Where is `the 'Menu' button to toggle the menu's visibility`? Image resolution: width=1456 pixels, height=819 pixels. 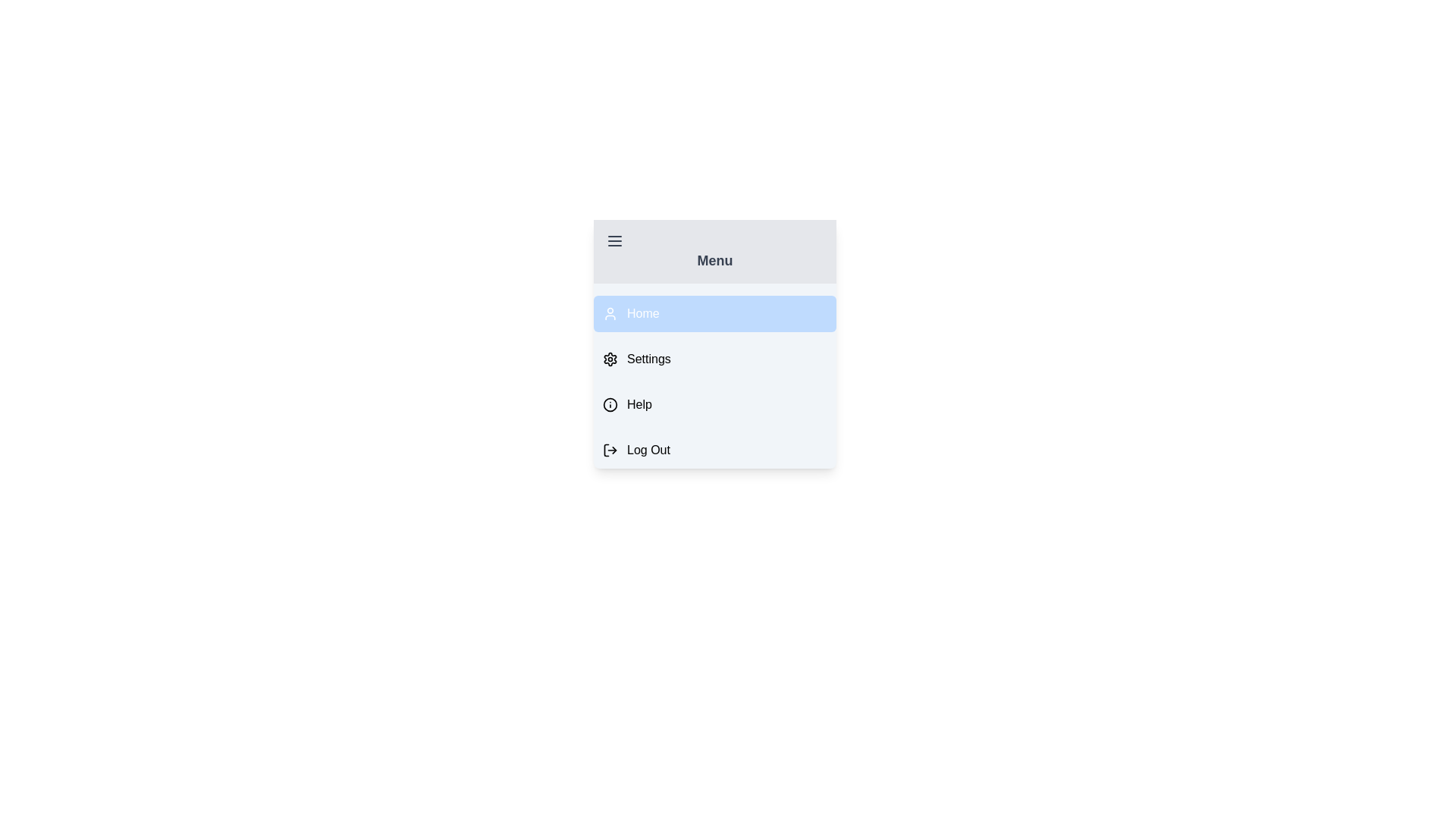
the 'Menu' button to toggle the menu's visibility is located at coordinates (714, 250).